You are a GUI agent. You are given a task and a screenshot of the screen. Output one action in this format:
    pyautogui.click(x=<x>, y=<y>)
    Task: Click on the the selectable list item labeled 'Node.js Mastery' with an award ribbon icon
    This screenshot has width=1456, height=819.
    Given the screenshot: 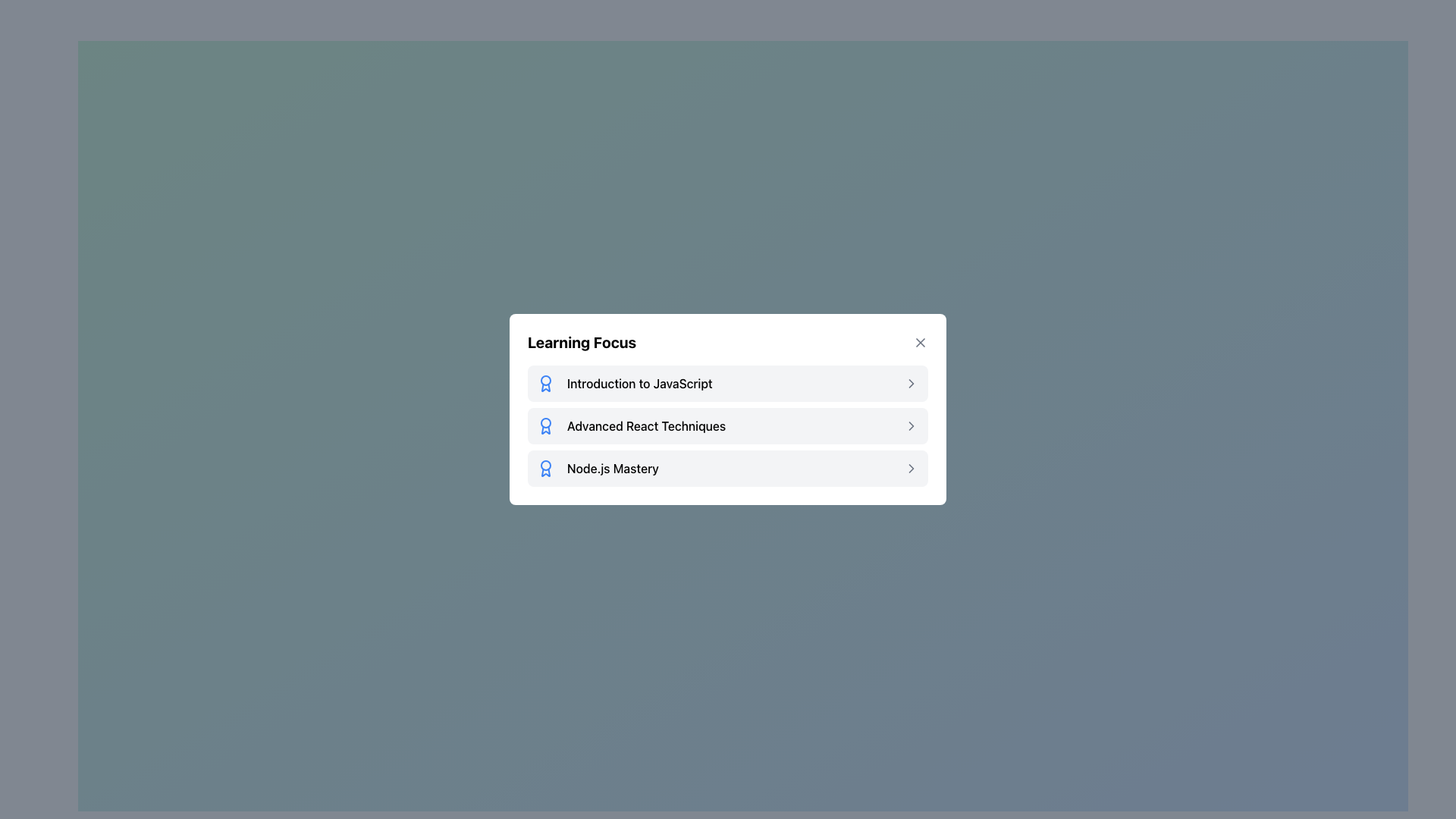 What is the action you would take?
    pyautogui.click(x=596, y=467)
    